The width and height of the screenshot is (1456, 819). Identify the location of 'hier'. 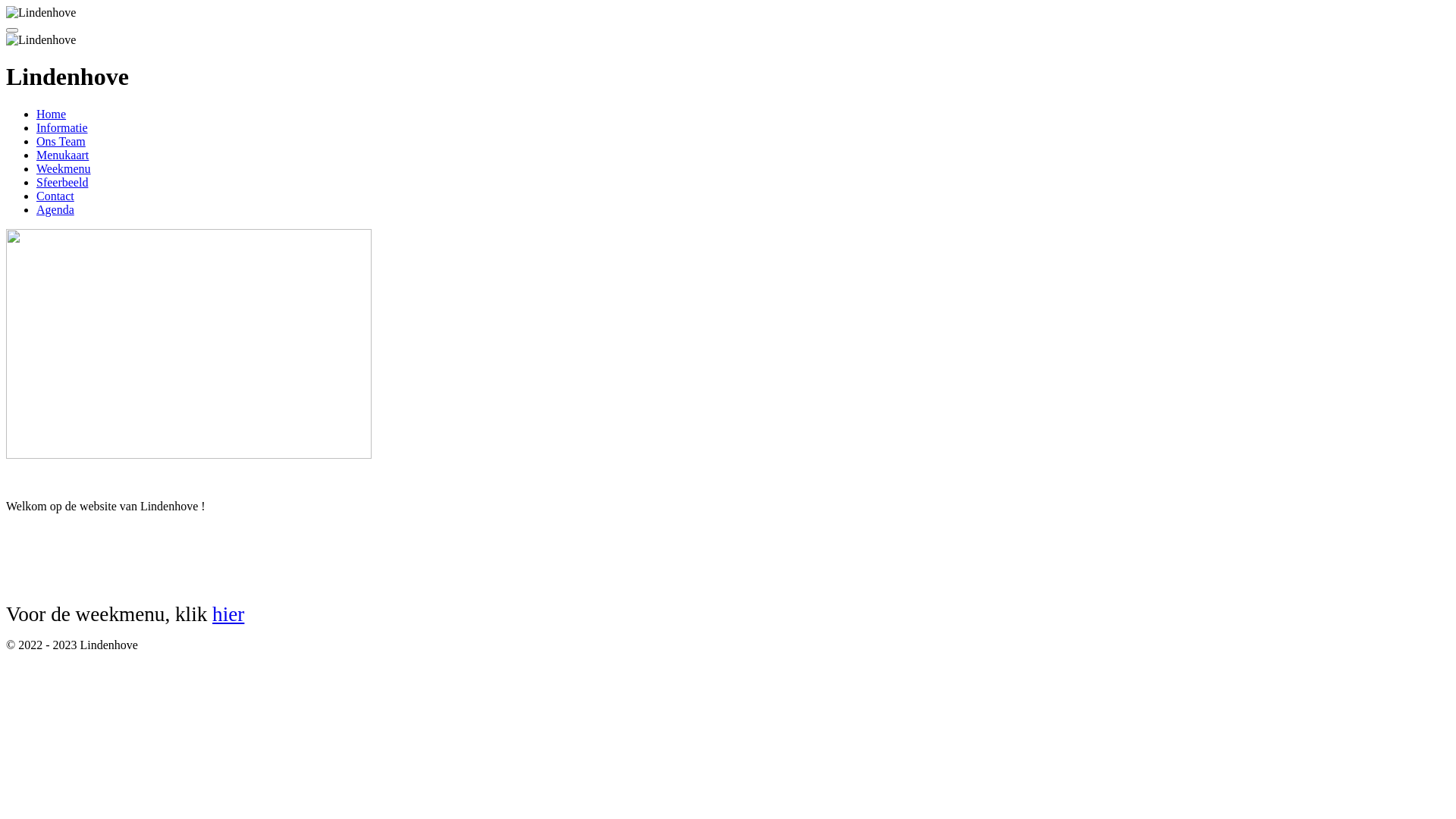
(211, 614).